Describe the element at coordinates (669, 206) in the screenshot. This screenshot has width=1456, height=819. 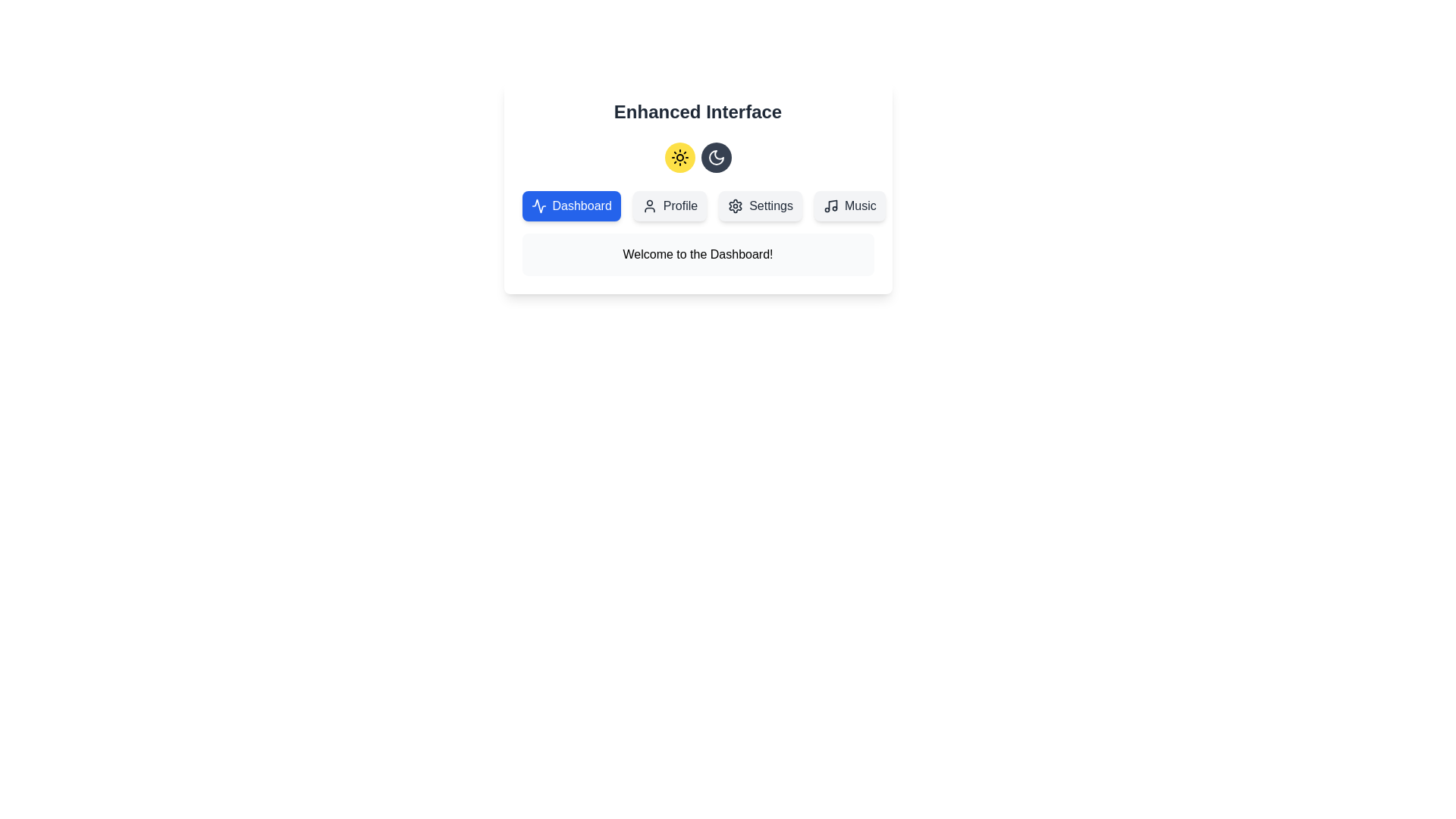
I see `the 'Profile' button, which is the second button in the row of options below the header section` at that location.